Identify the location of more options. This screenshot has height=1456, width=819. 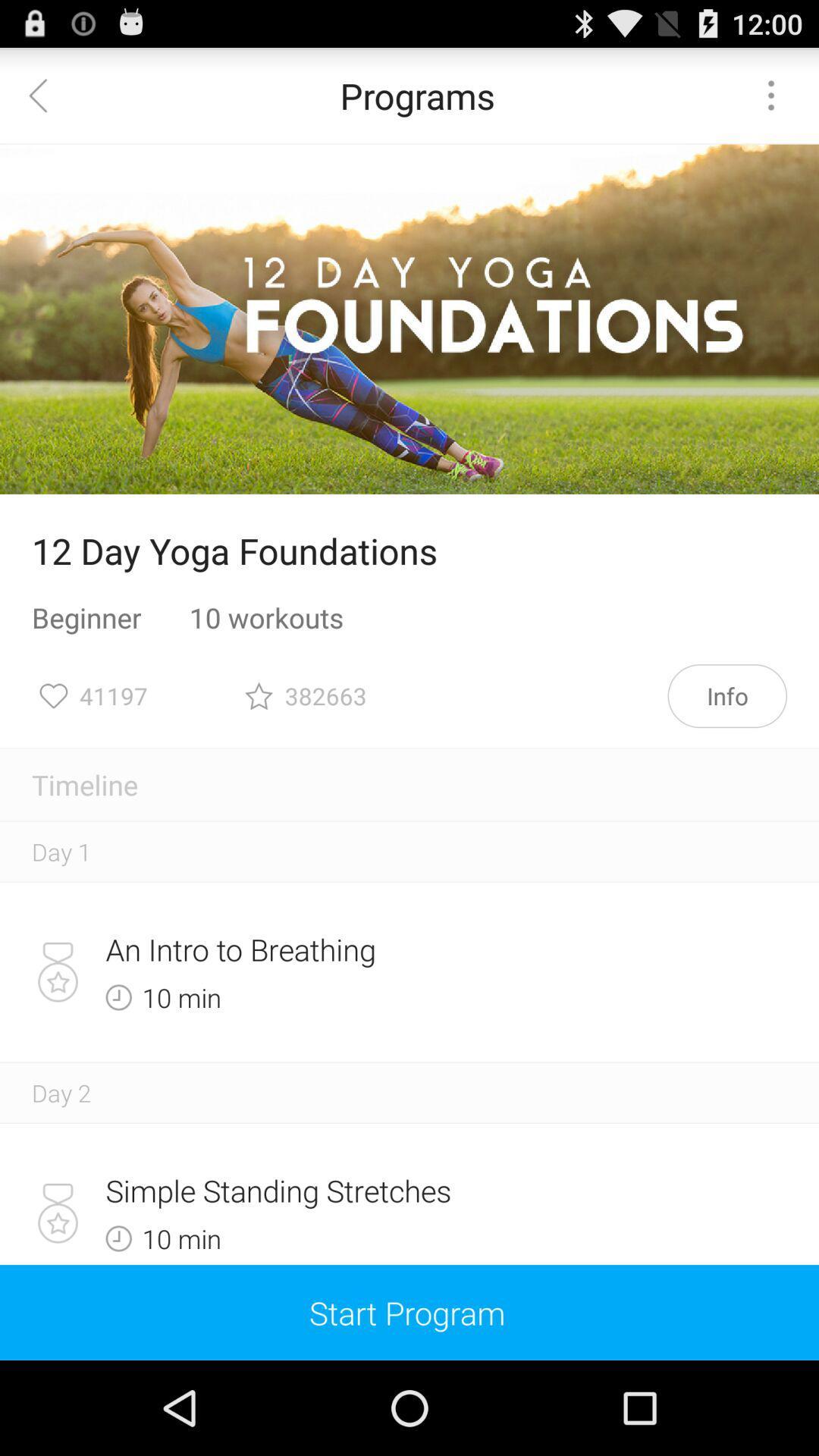
(771, 94).